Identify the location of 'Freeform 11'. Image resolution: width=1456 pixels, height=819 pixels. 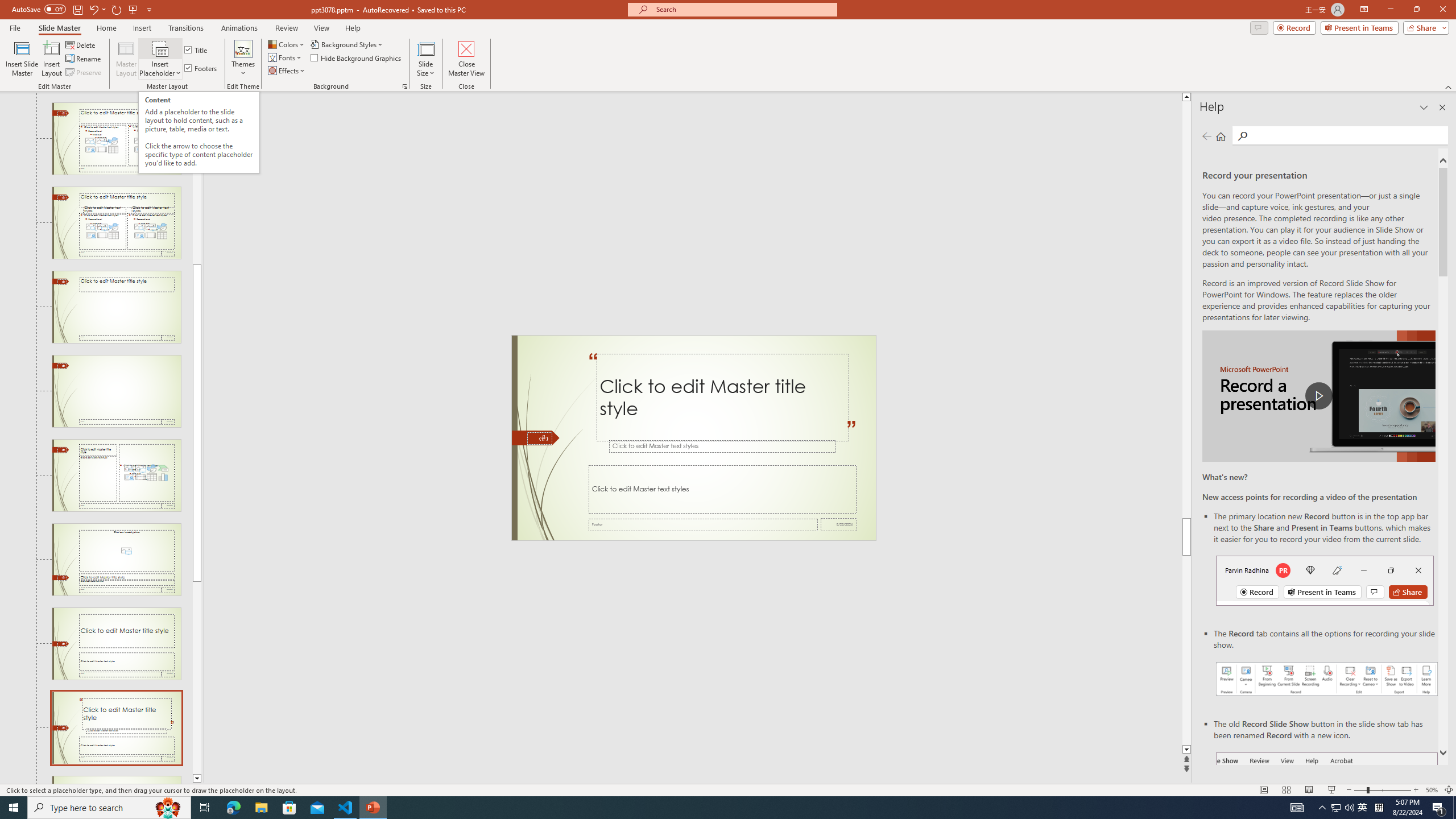
(535, 437).